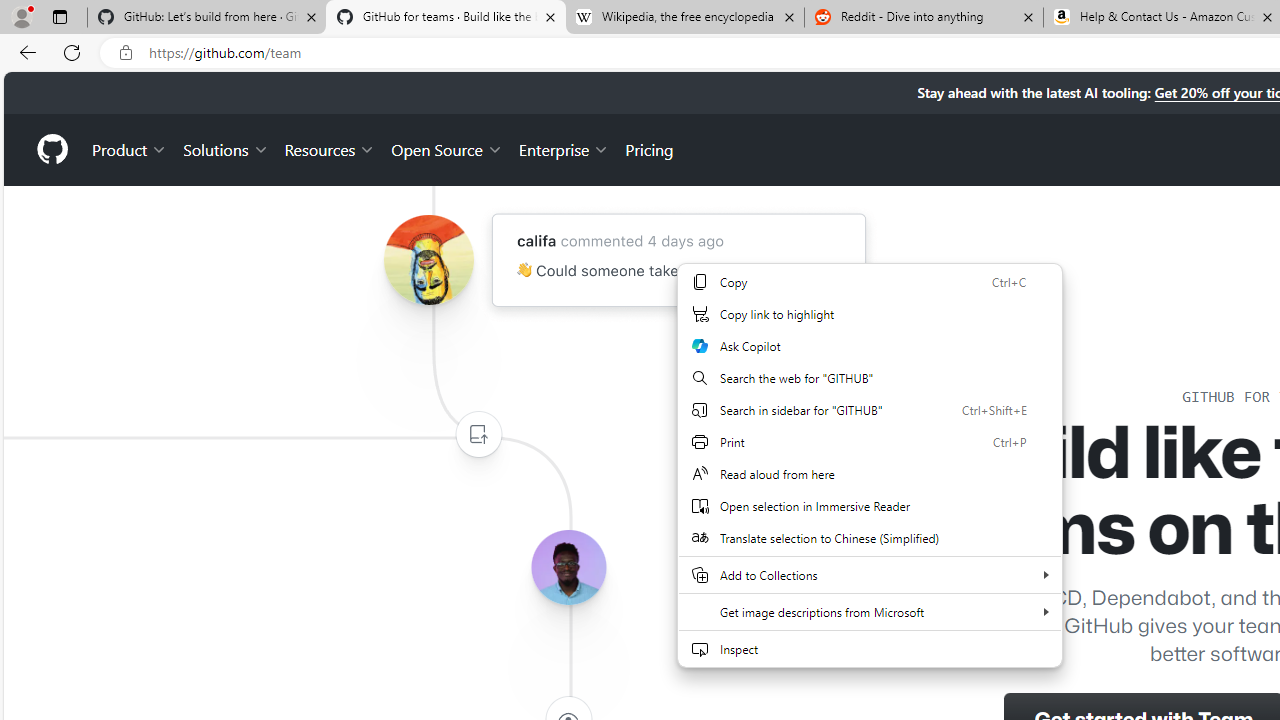 This screenshot has width=1280, height=720. Describe the element at coordinates (869, 477) in the screenshot. I see `'Web context'` at that location.